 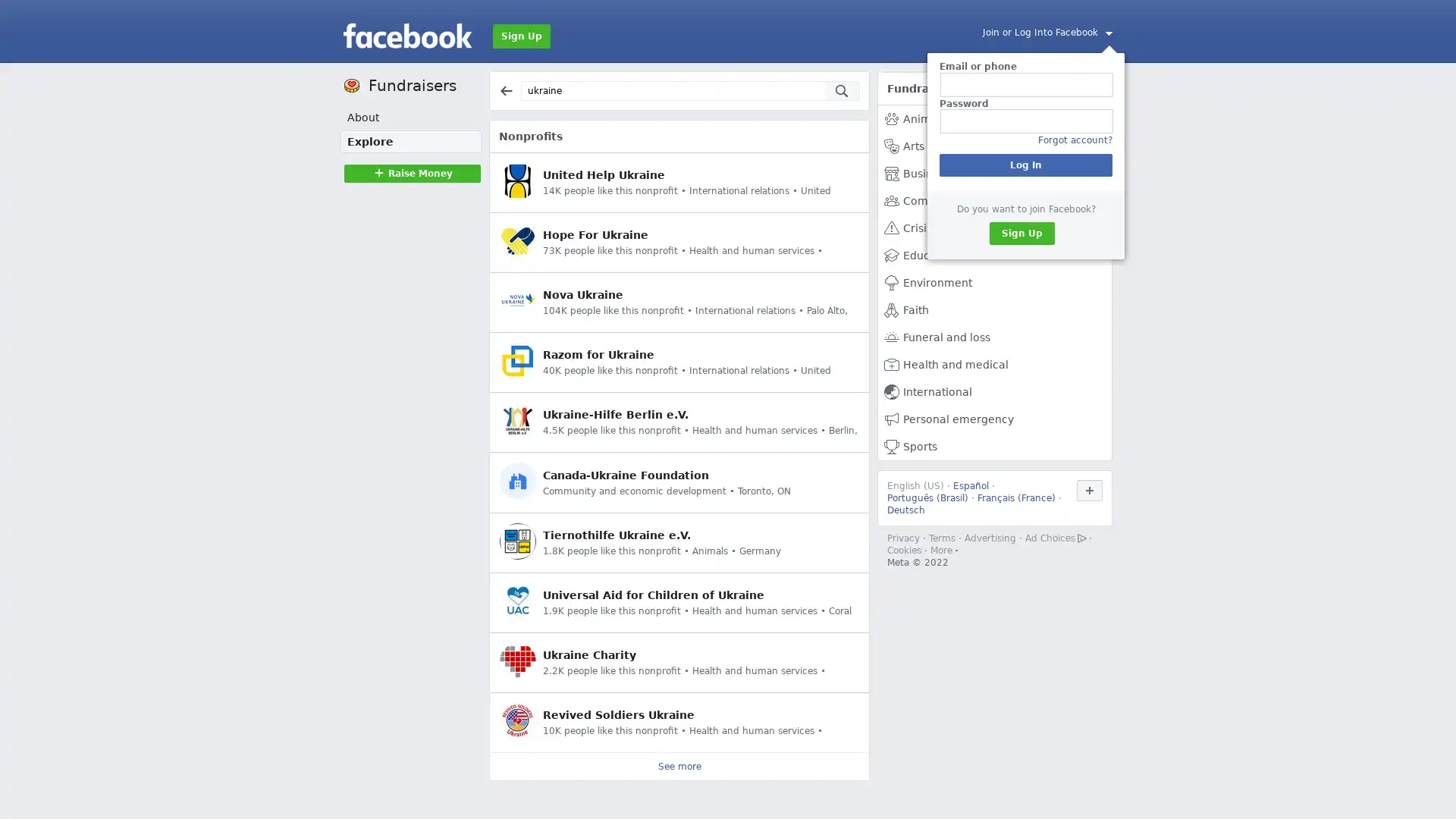 What do you see at coordinates (679, 482) in the screenshot?
I see `Canada-Ukraine Foundation Community and economic development  Toronto, ON` at bounding box center [679, 482].